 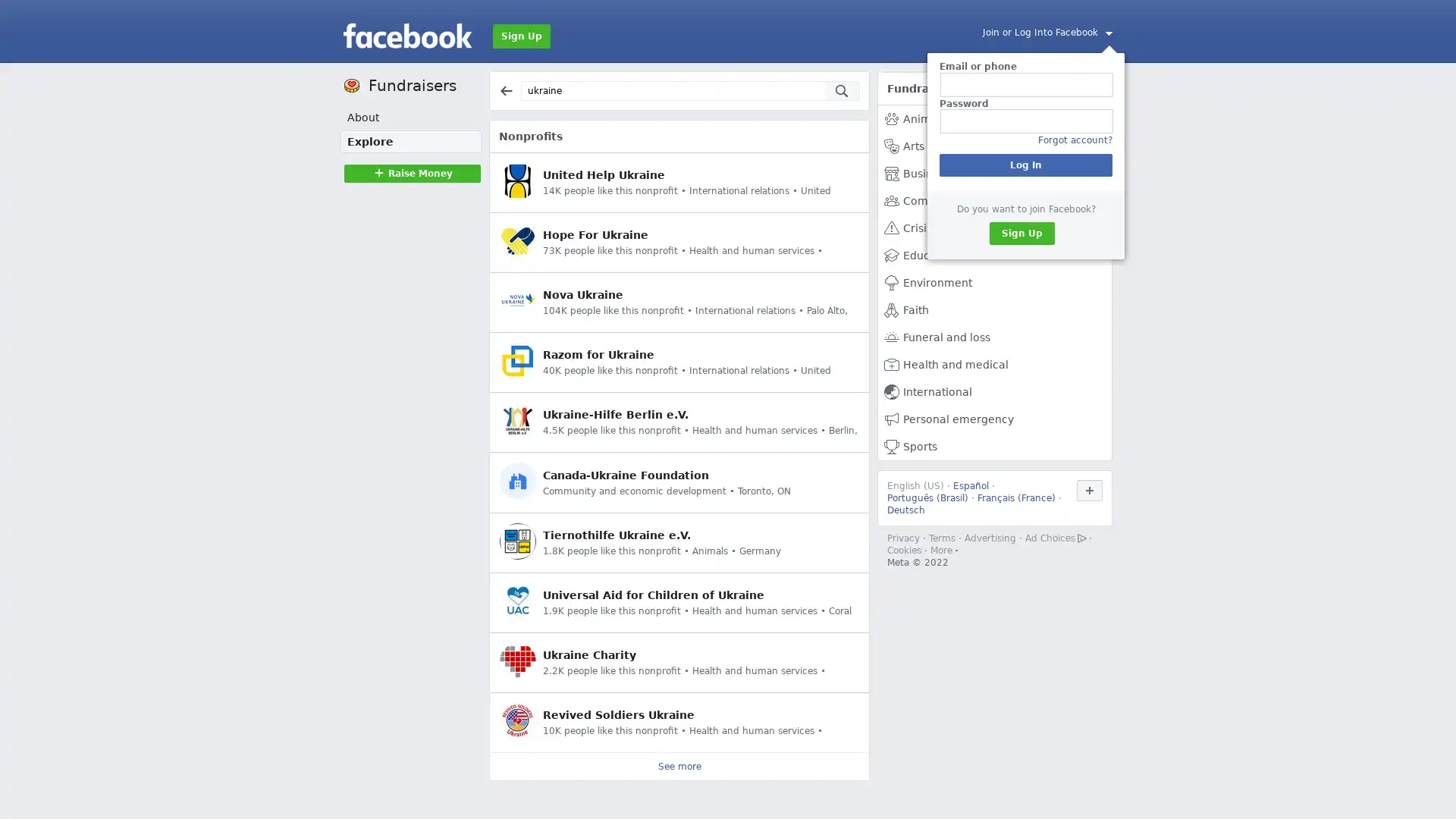 What do you see at coordinates (679, 482) in the screenshot?
I see `Canada-Ukraine Foundation Community and economic development  Toronto, ON` at bounding box center [679, 482].